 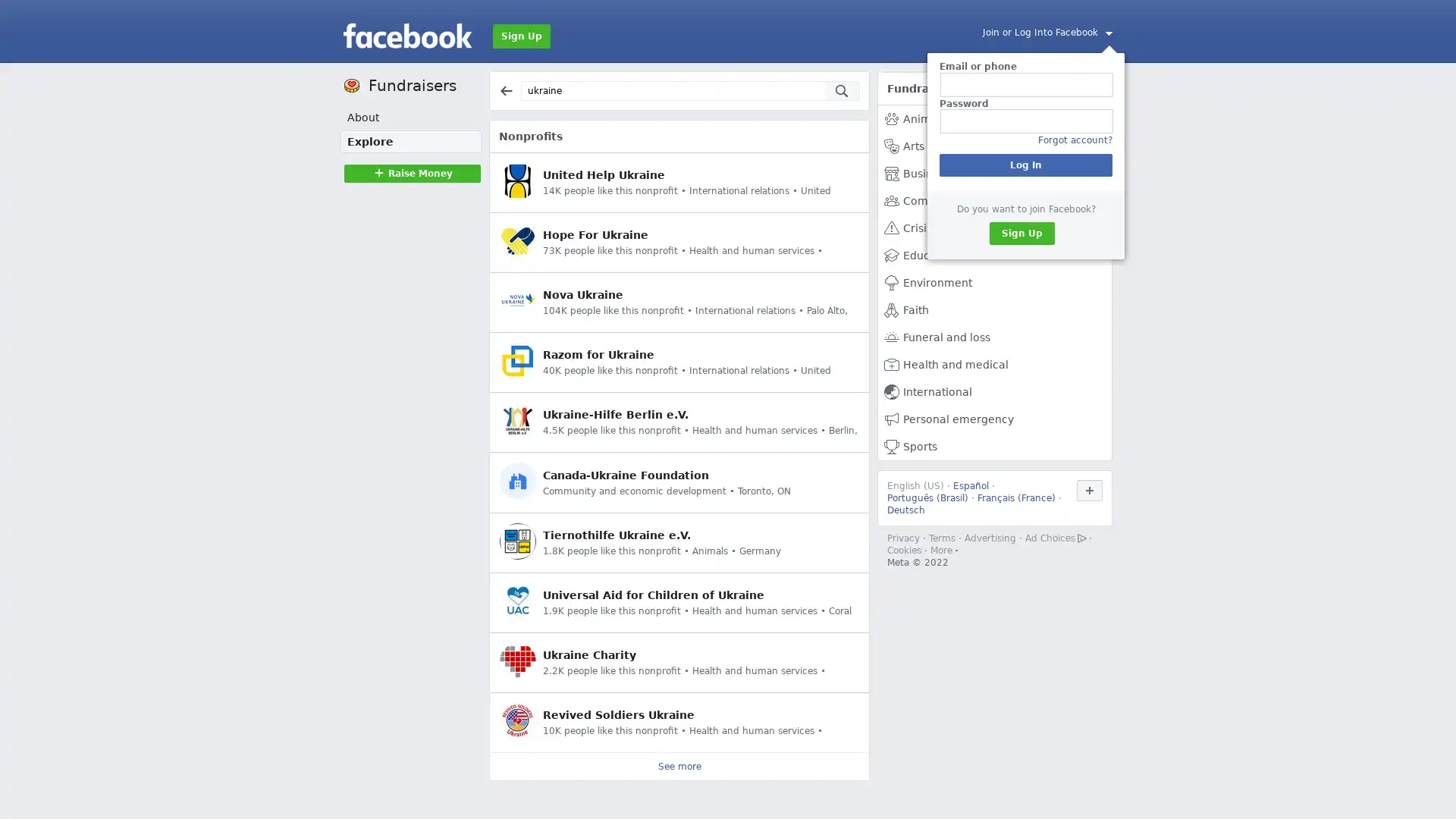 What do you see at coordinates (679, 482) in the screenshot?
I see `Canada-Ukraine Foundation Community and economic development  Toronto, ON` at bounding box center [679, 482].